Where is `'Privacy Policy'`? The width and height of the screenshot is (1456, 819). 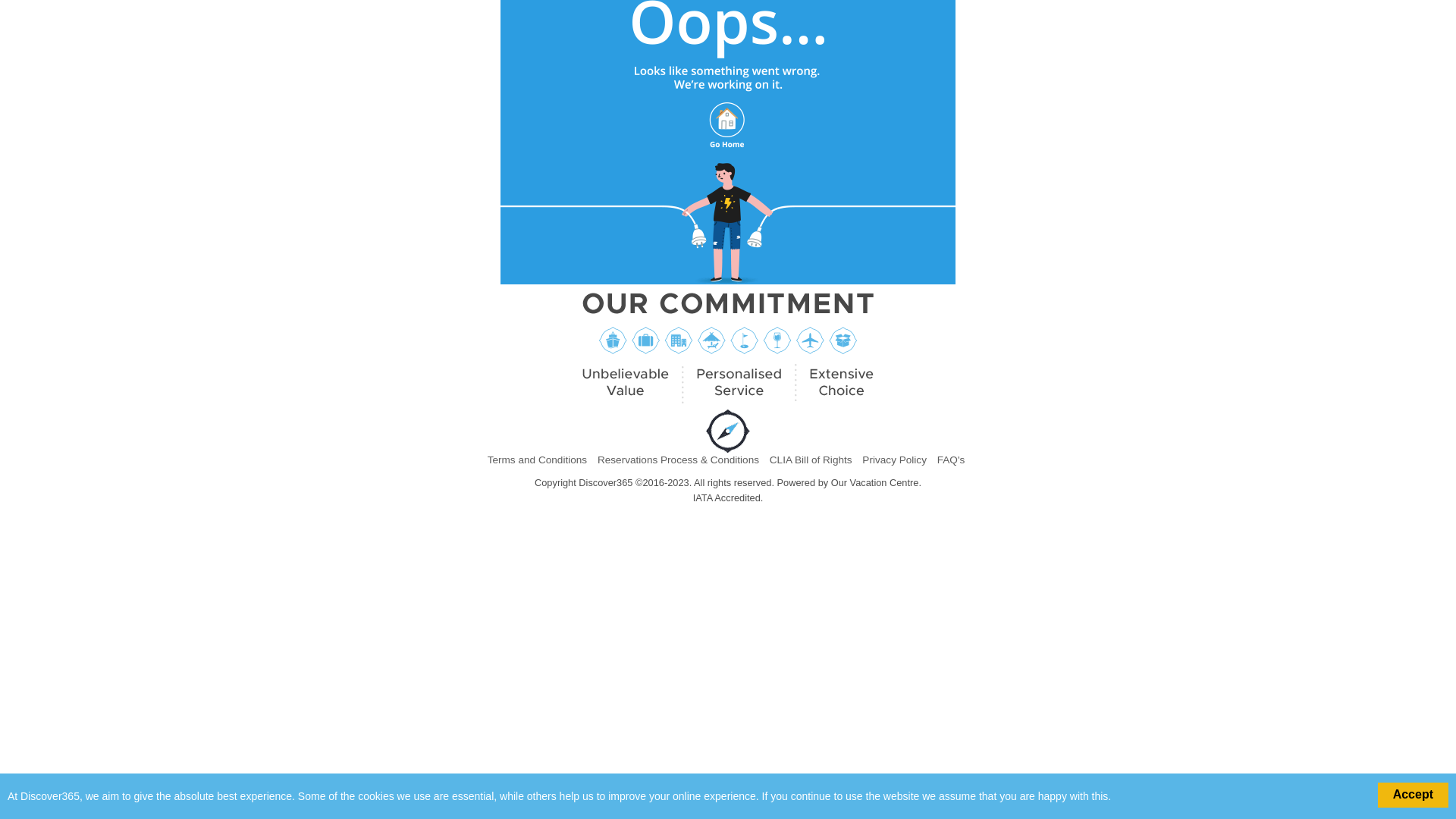
'Privacy Policy' is located at coordinates (894, 459).